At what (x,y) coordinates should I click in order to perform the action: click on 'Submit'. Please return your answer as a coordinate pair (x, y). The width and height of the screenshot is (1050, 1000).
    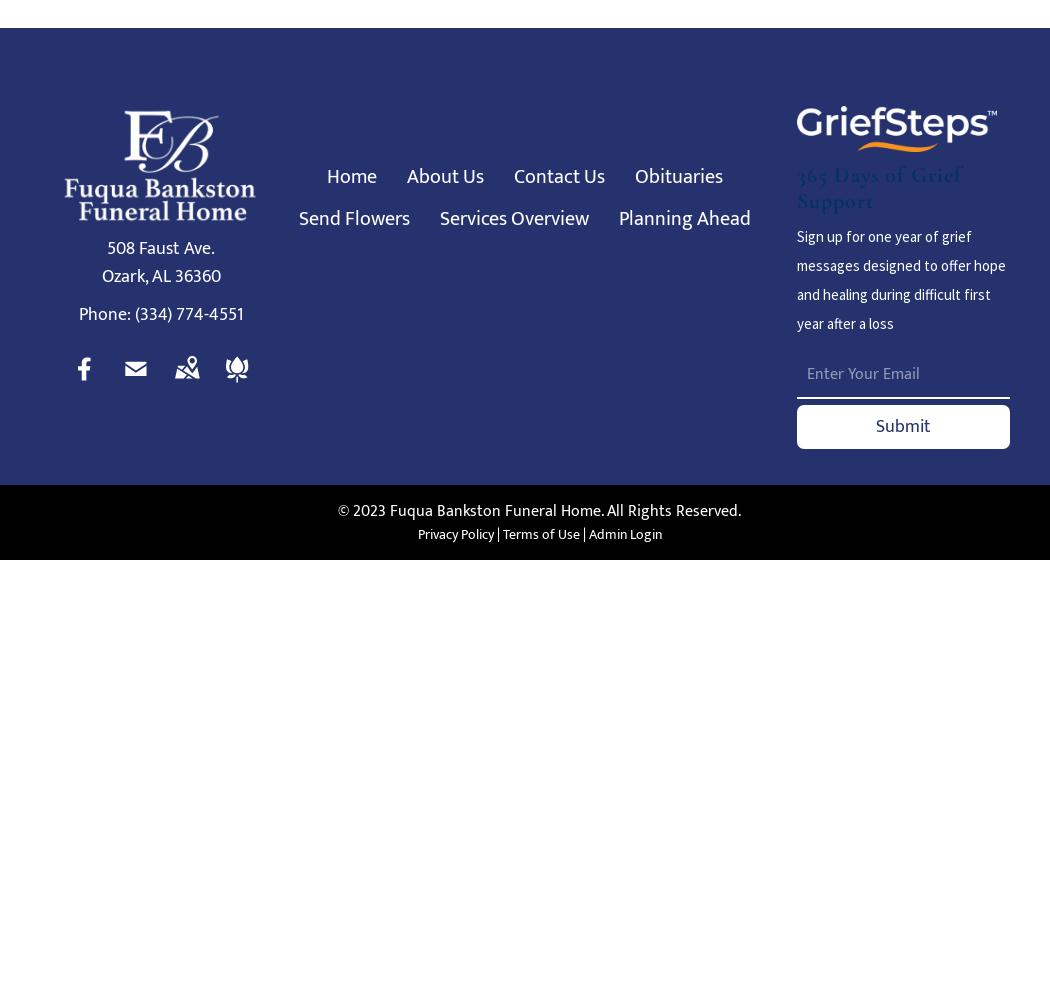
    Looking at the image, I should click on (903, 427).